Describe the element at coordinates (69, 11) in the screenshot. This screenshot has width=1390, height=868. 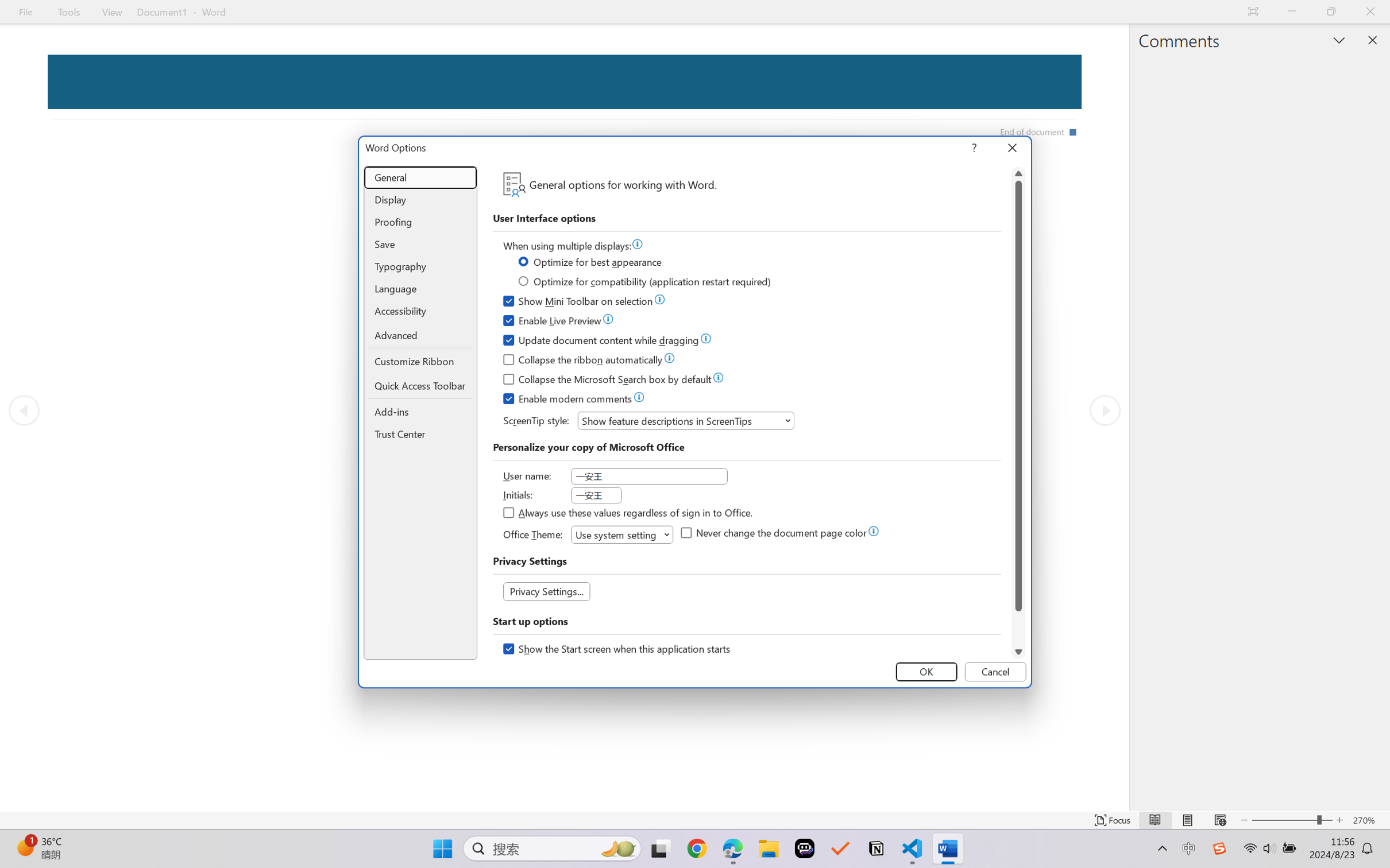
I see `'Tools'` at that location.